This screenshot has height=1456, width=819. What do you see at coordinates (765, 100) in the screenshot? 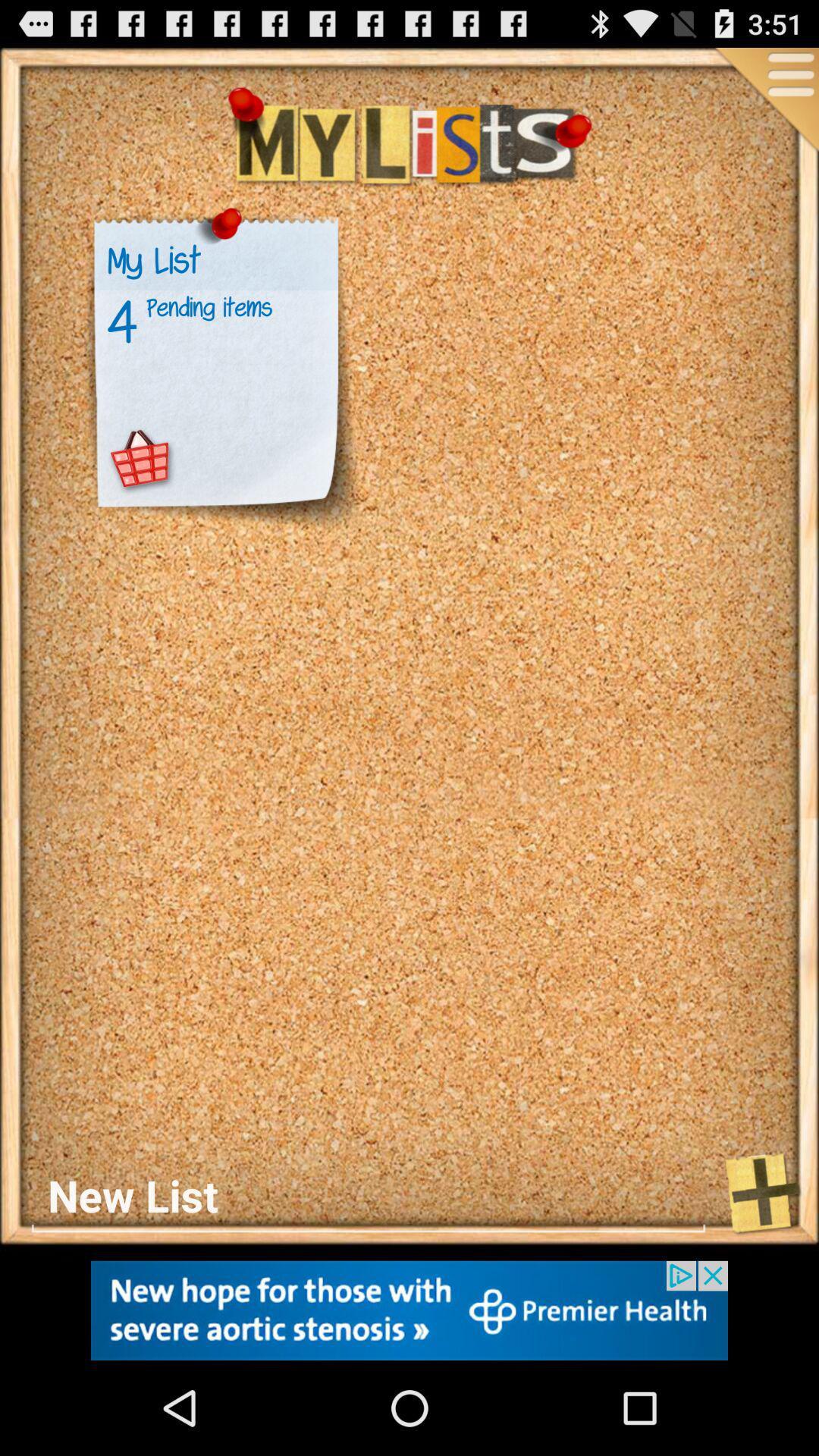
I see `more options` at bounding box center [765, 100].